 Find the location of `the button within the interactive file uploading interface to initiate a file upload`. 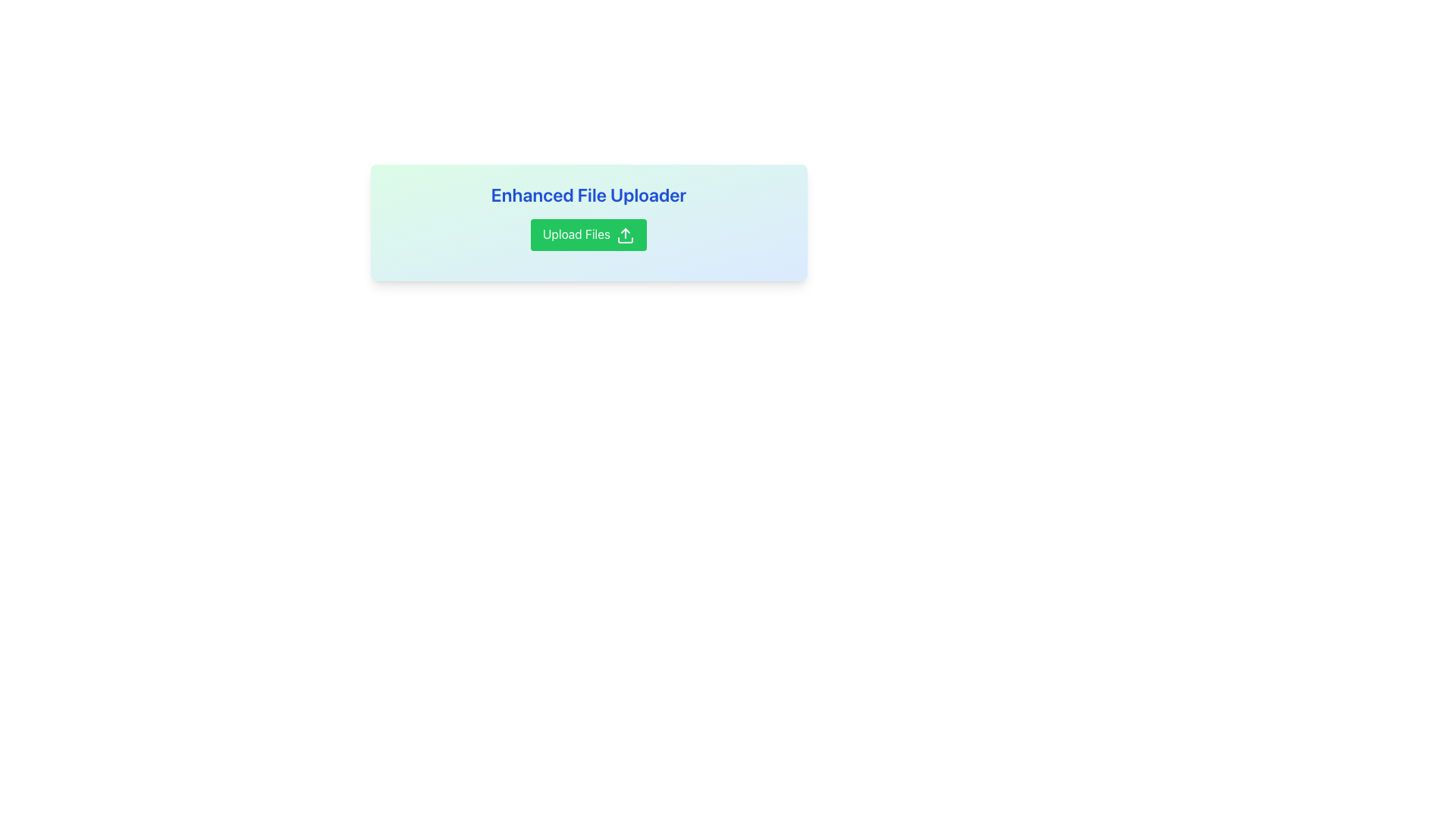

the button within the interactive file uploading interface to initiate a file upload is located at coordinates (588, 222).